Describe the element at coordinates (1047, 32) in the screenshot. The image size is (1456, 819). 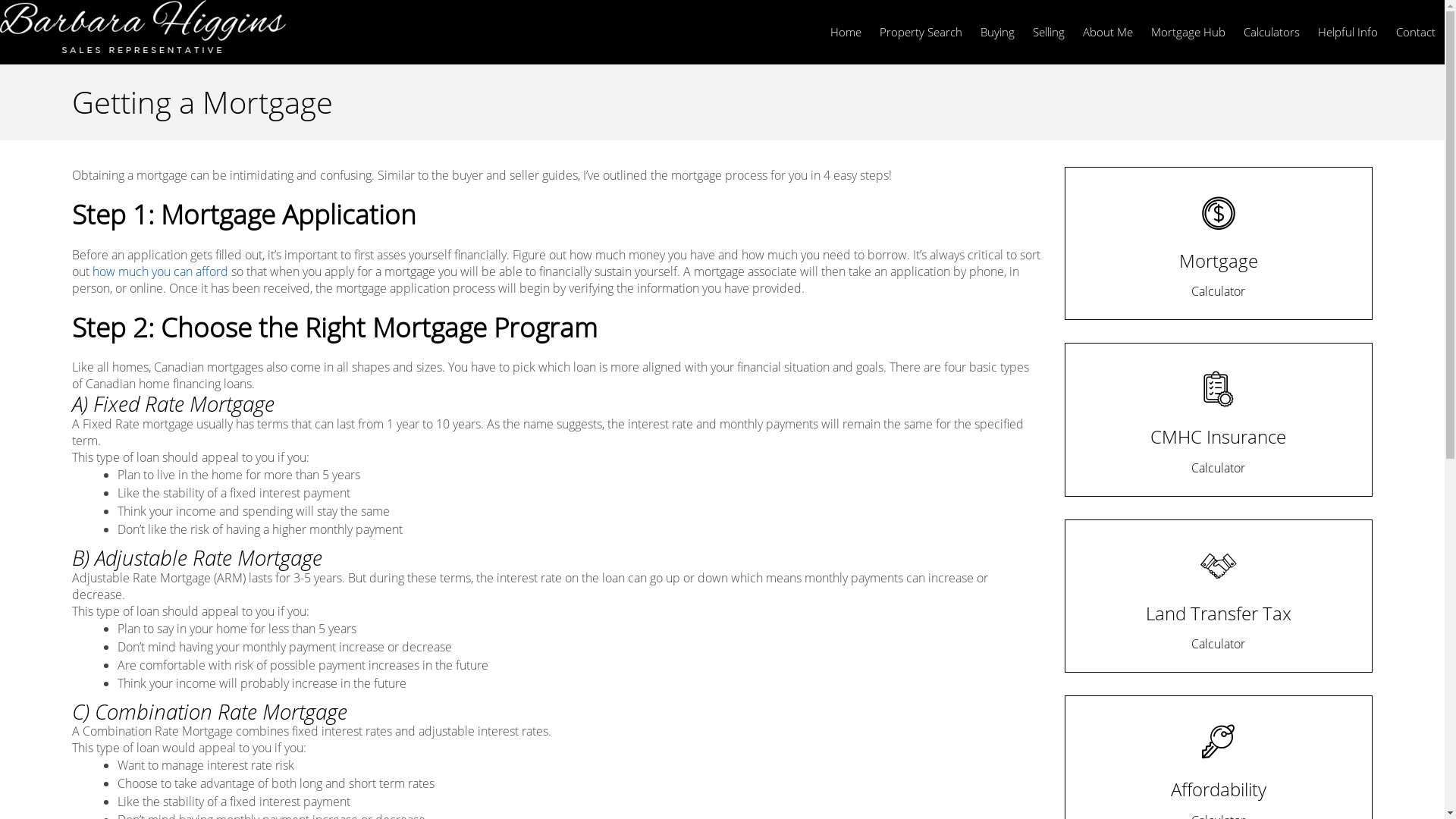
I see `'Selling'` at that location.